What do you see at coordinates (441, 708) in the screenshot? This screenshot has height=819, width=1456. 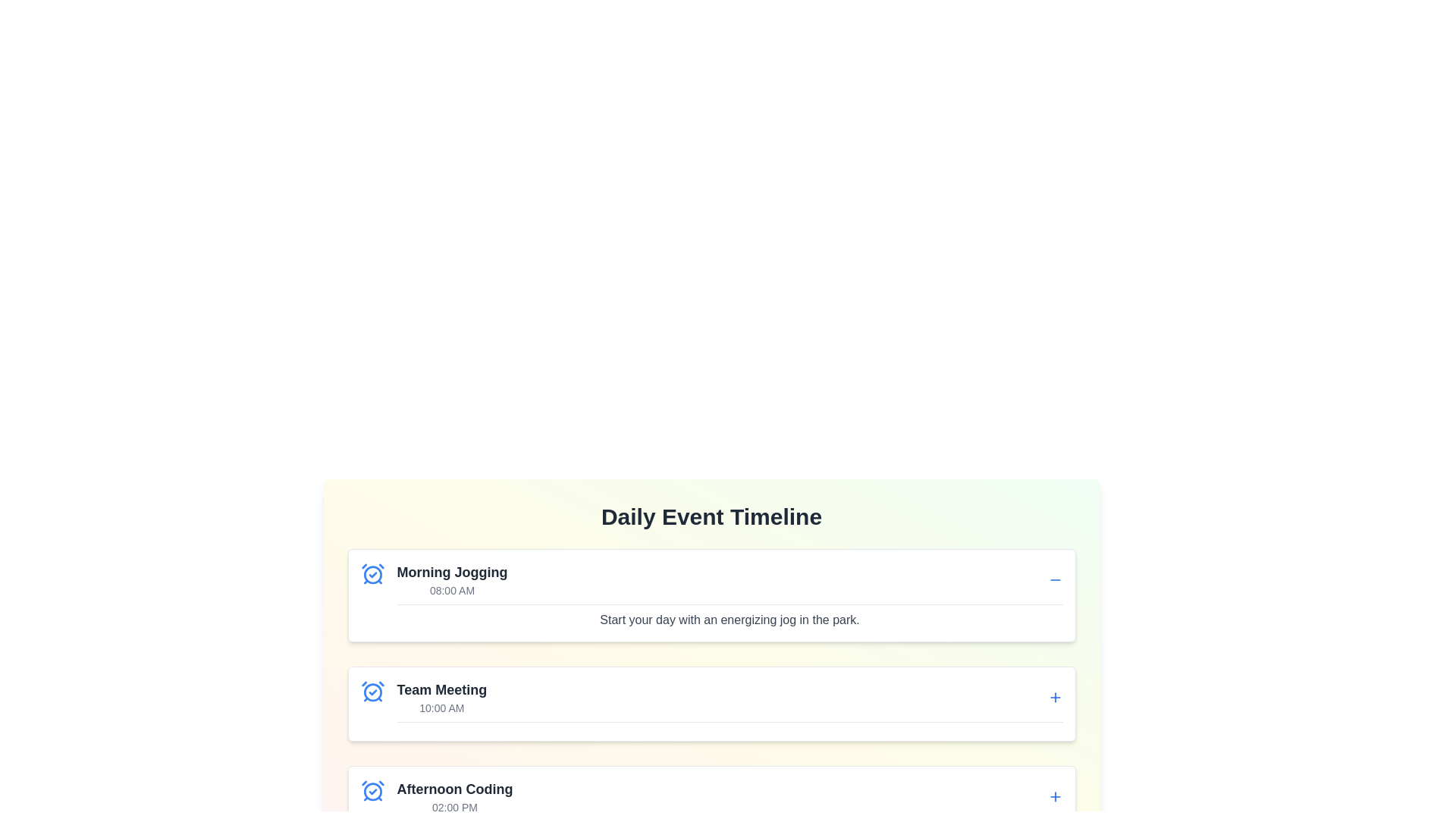 I see `the text label displaying '10:00 AM', which is positioned below the 'Team Meeting' title in the Daily Event Timeline interface` at bounding box center [441, 708].